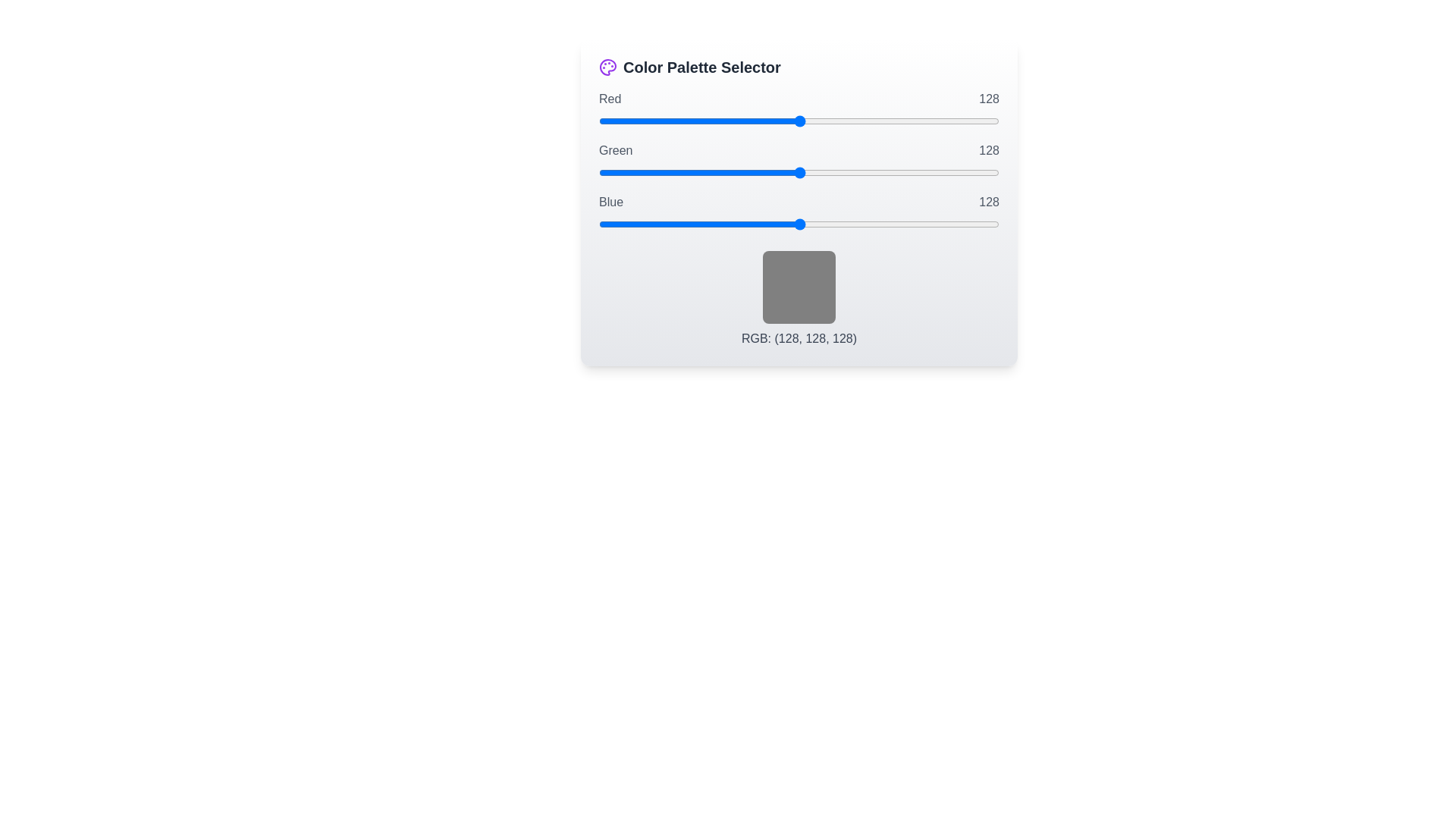  I want to click on the blue slider to set its value to 150, so click(833, 224).